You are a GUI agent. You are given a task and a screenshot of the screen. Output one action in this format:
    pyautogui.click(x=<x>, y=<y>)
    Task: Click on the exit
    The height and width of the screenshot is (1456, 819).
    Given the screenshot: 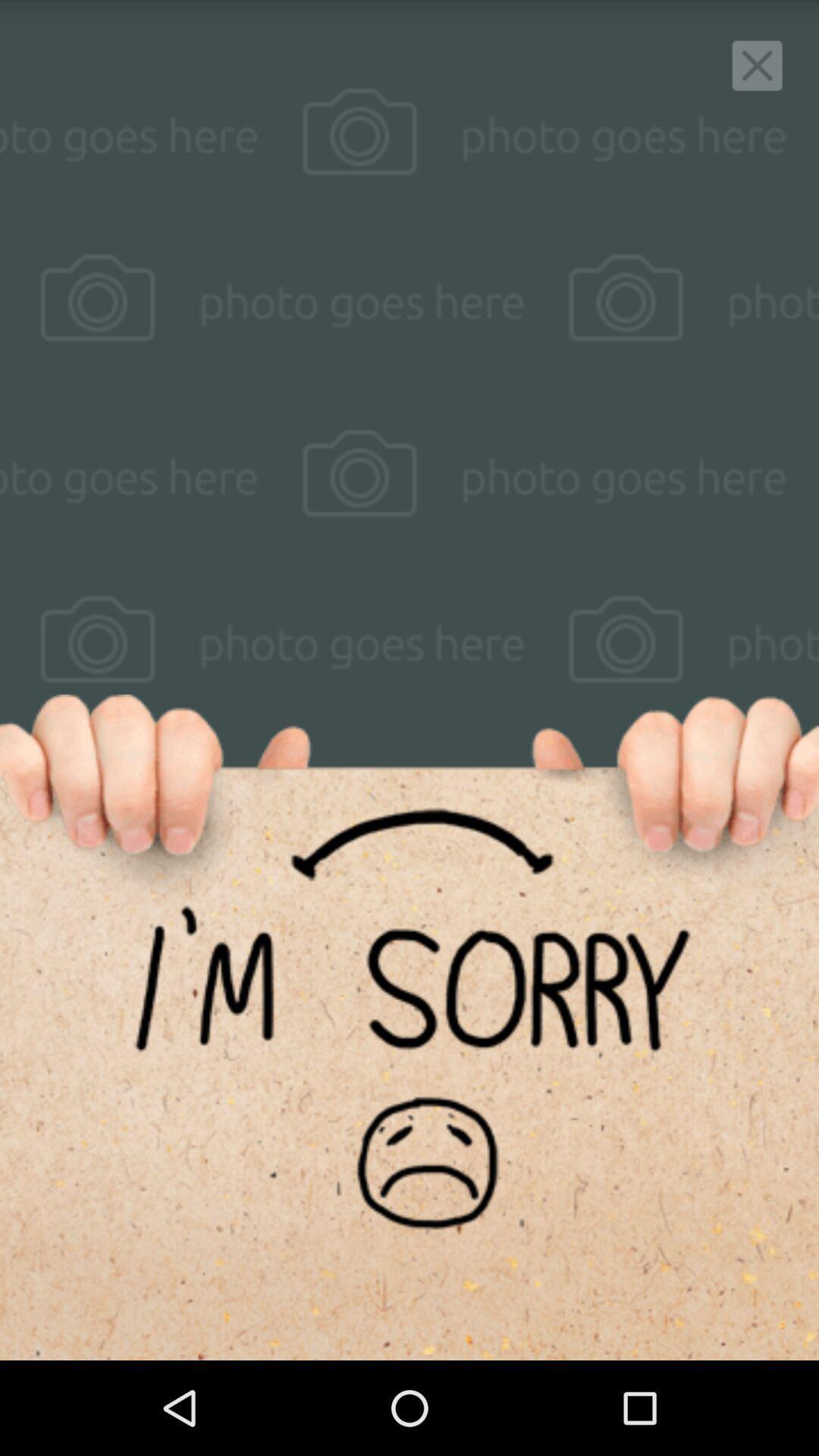 What is the action you would take?
    pyautogui.click(x=757, y=64)
    